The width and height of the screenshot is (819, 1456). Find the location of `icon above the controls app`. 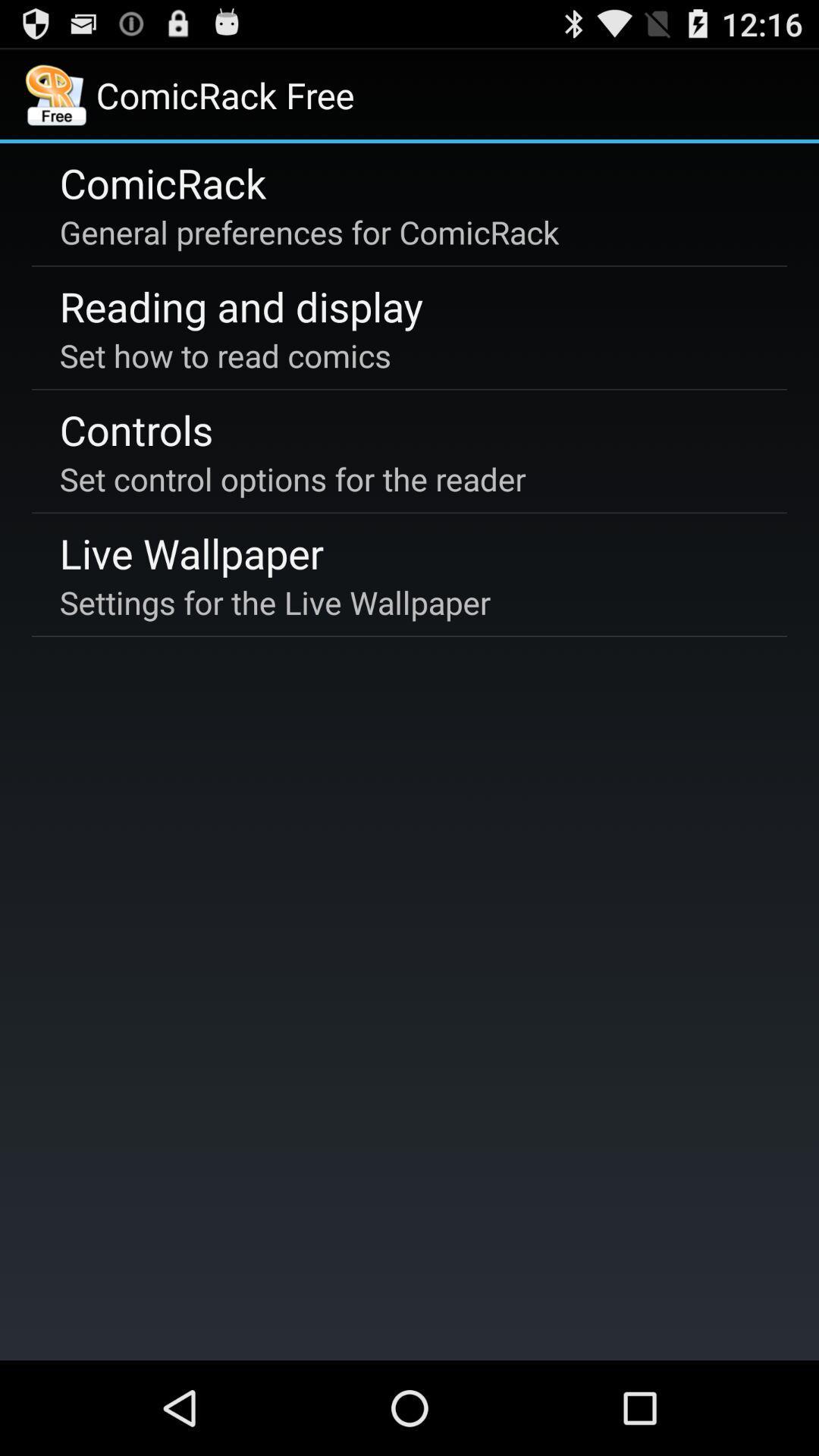

icon above the controls app is located at coordinates (225, 354).